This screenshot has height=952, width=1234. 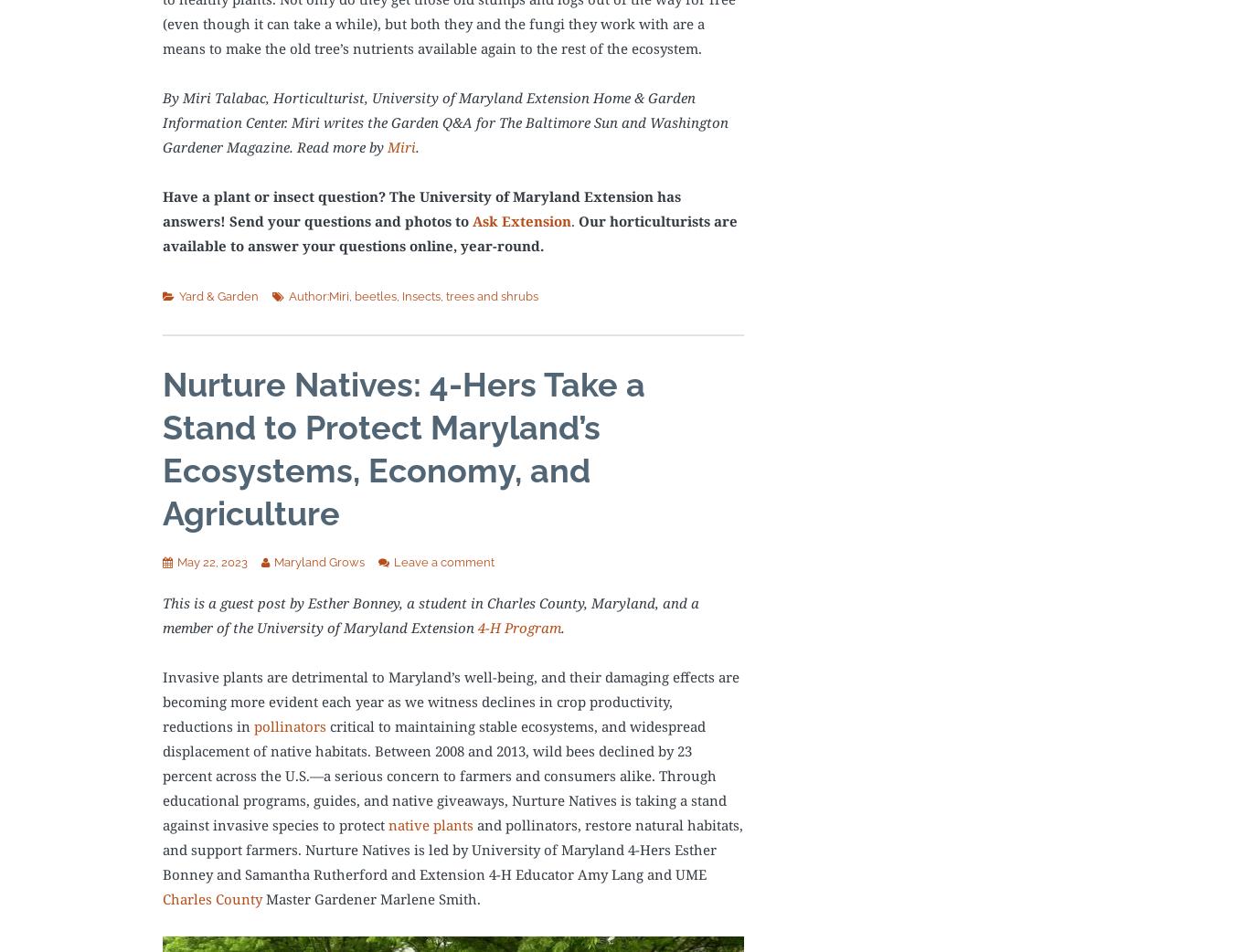 I want to click on 'May 22, 2023', so click(x=176, y=561).